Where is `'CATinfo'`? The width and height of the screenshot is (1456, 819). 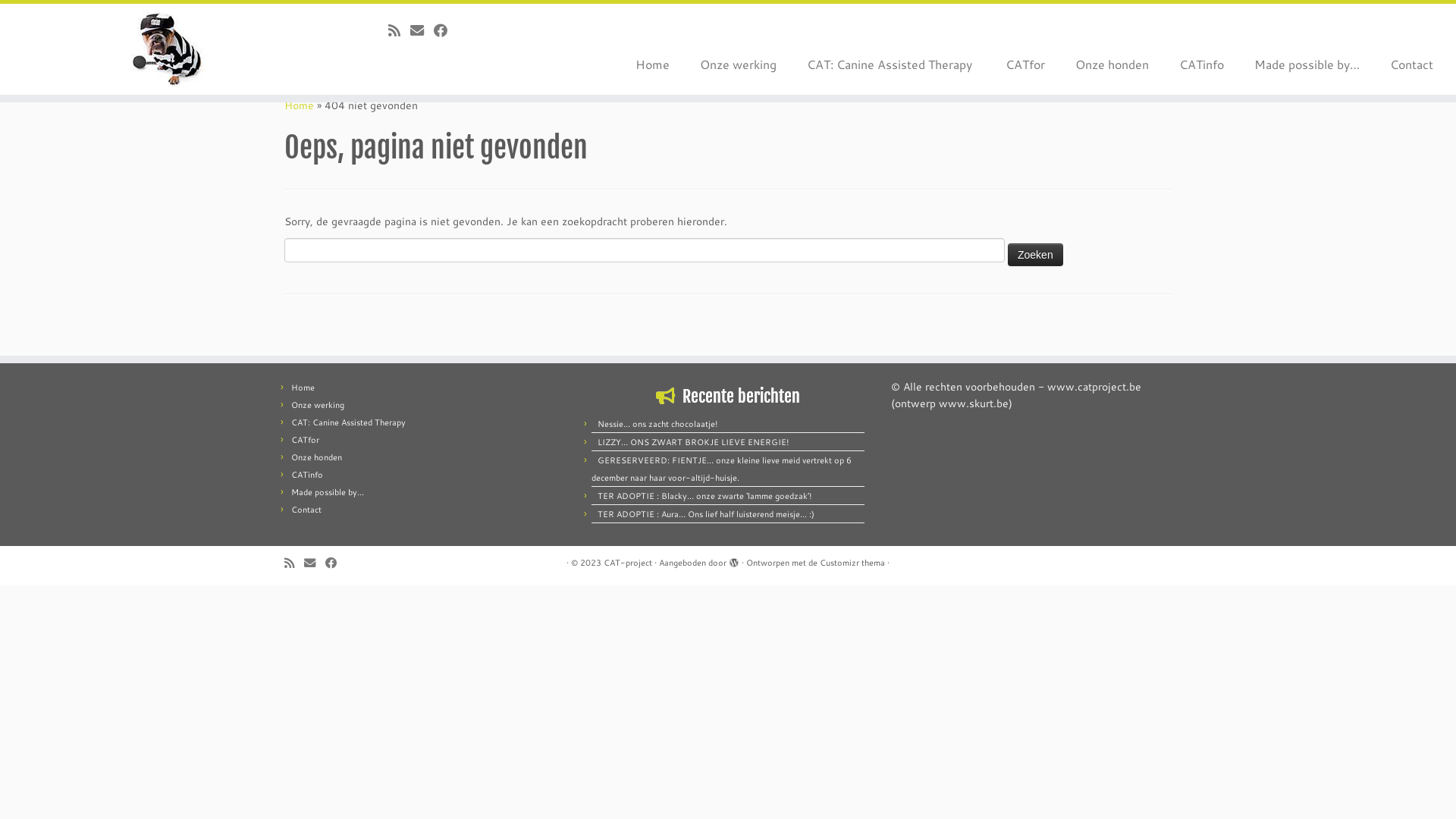
'CATinfo' is located at coordinates (1200, 63).